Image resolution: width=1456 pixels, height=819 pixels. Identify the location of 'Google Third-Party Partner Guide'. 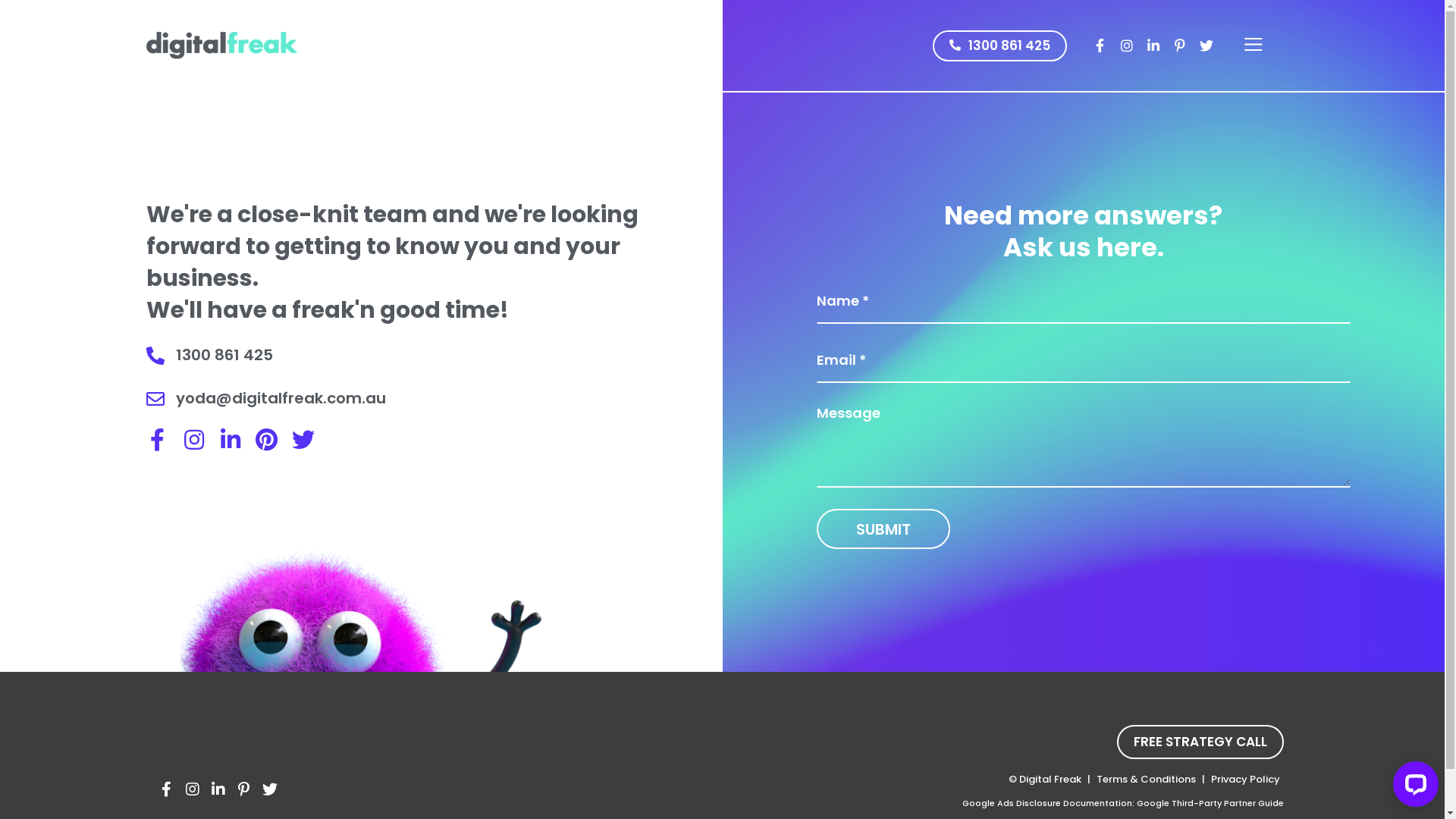
(1208, 802).